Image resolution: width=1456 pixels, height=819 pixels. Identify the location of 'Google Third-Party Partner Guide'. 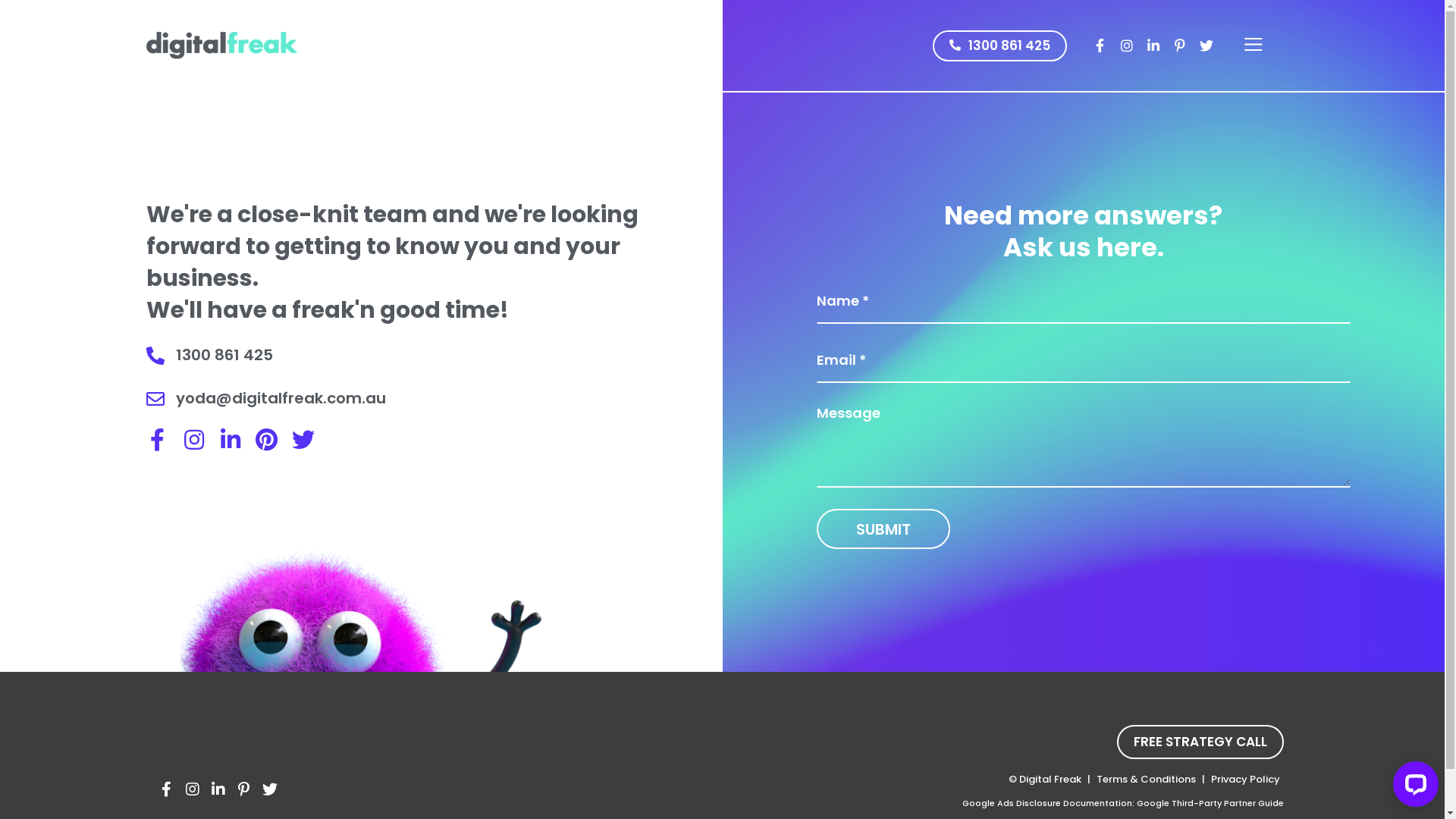
(1208, 802).